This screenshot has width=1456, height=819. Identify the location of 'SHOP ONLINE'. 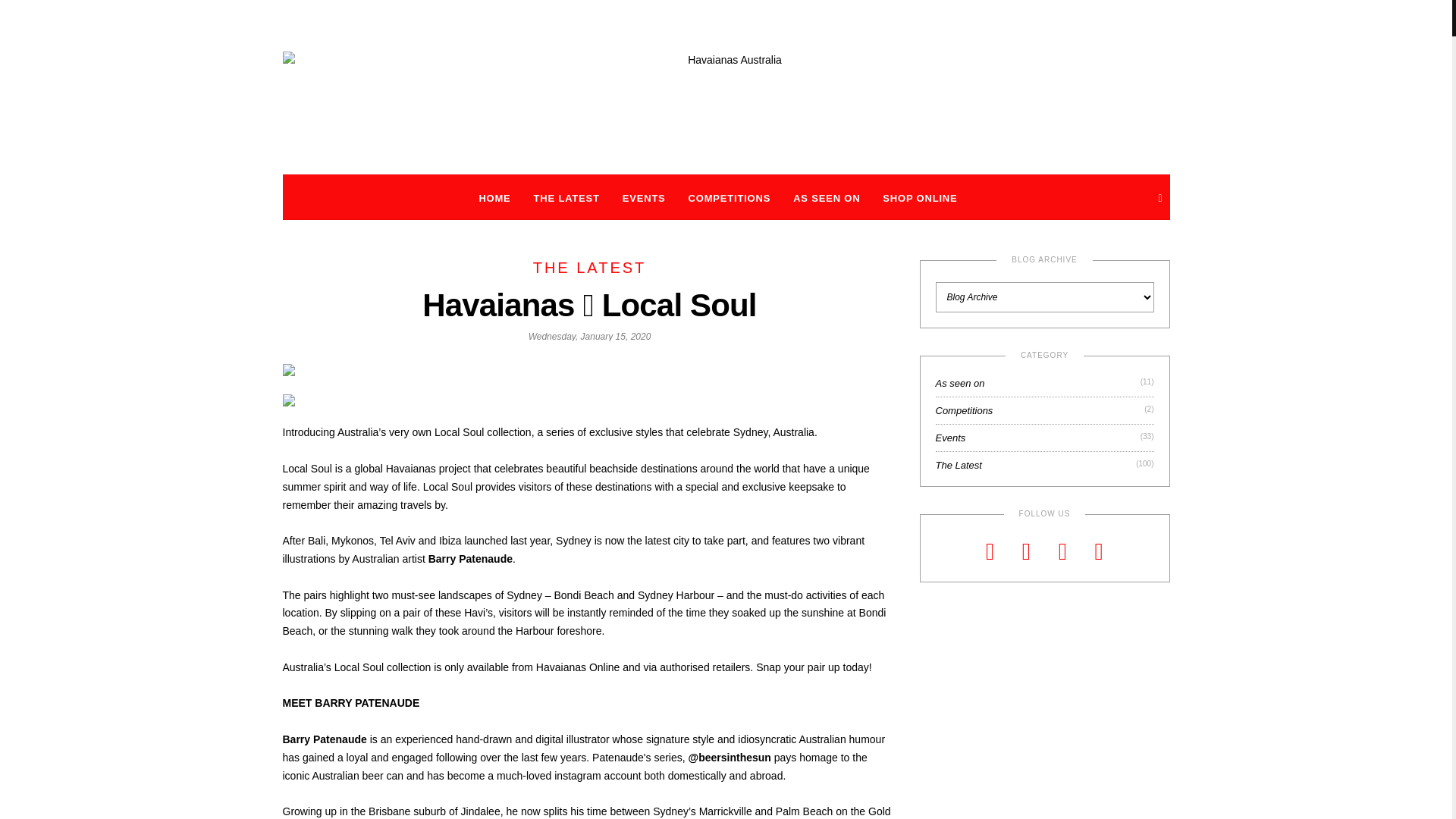
(919, 197).